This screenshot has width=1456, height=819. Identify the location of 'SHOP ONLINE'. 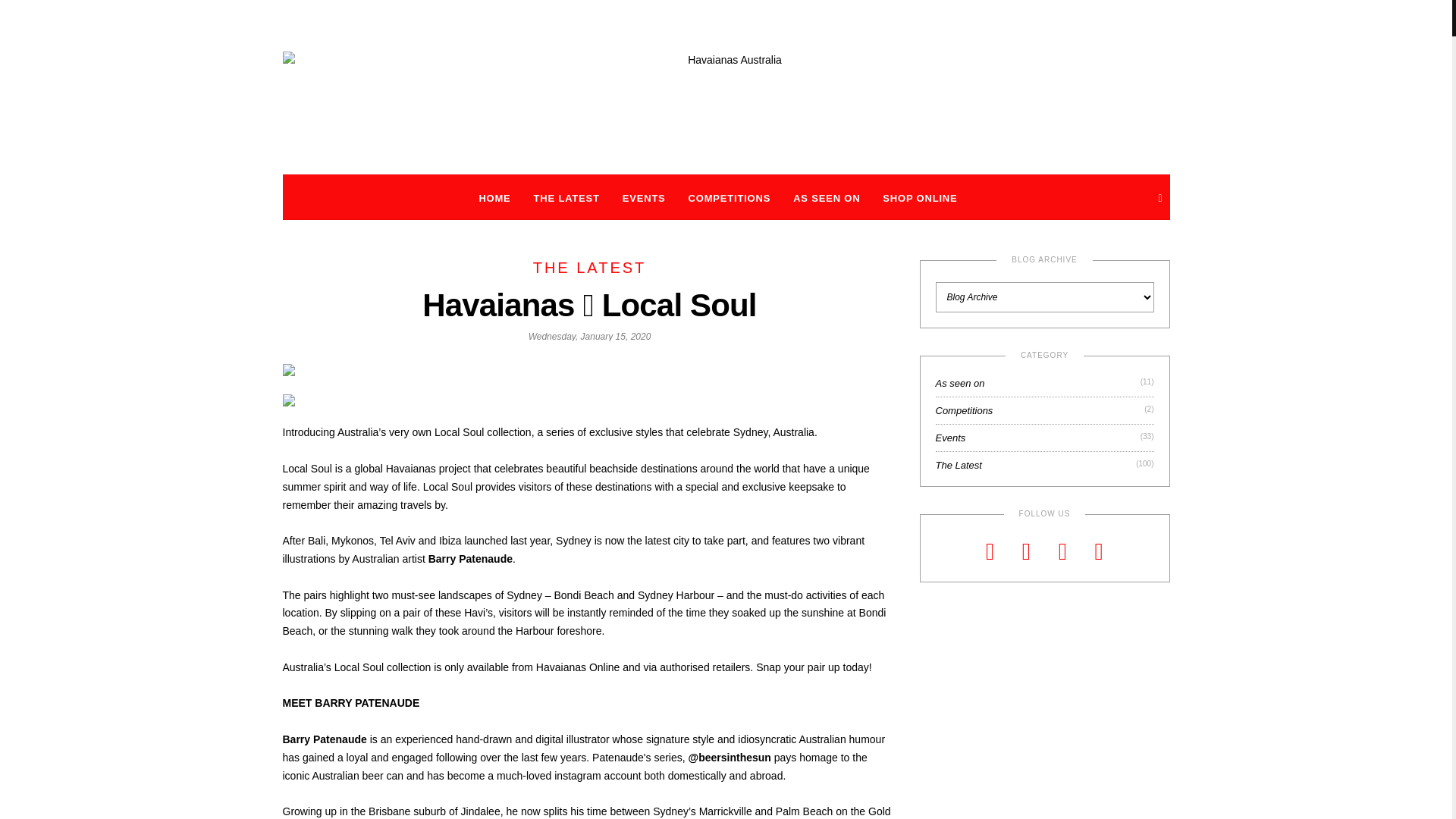
(919, 197).